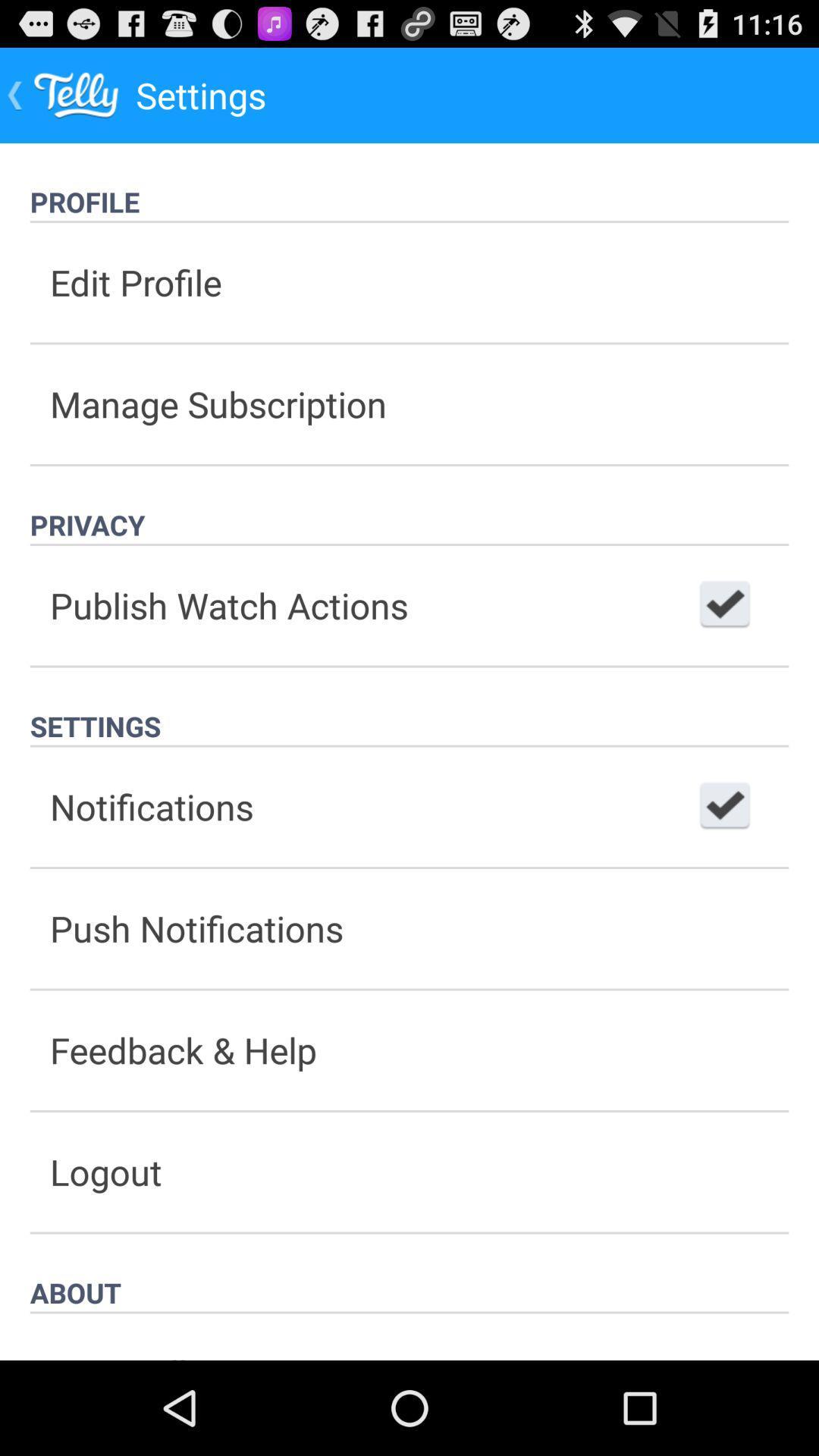  I want to click on publish watch actions, so click(724, 604).